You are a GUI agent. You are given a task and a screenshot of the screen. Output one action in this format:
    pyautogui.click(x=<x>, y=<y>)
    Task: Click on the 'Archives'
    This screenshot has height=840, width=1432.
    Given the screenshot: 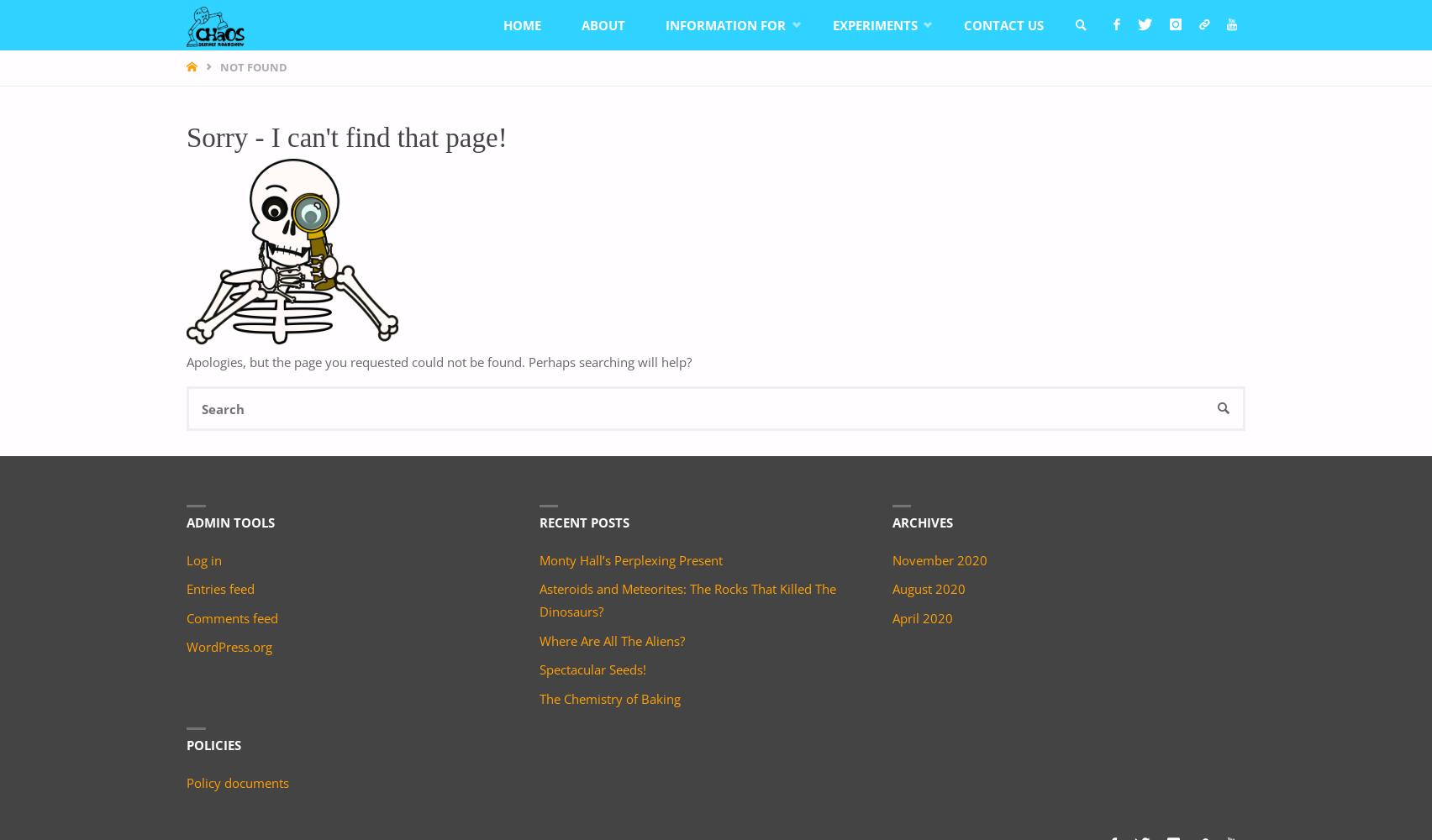 What is the action you would take?
    pyautogui.click(x=921, y=521)
    